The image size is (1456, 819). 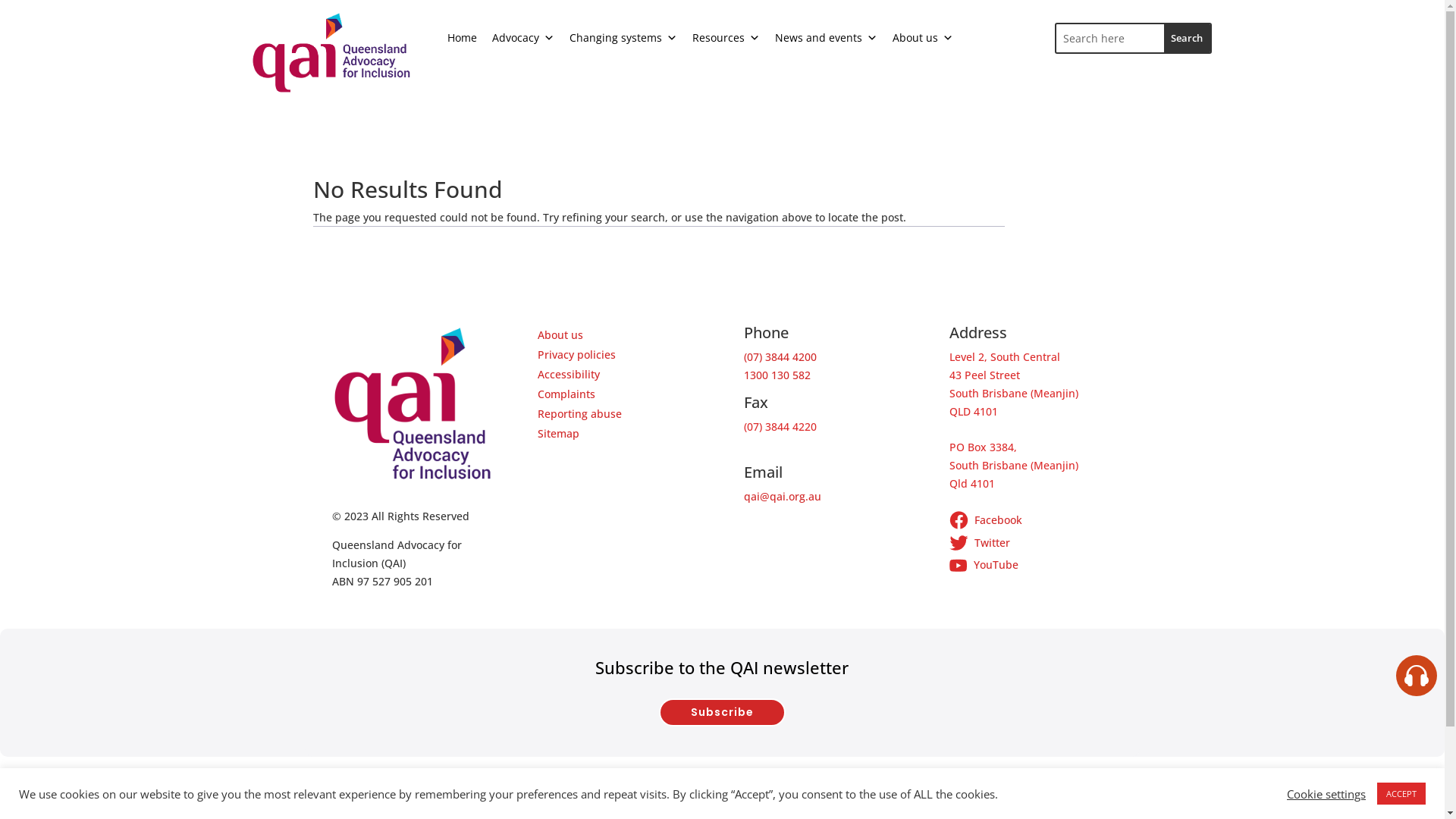 I want to click on 'About us', so click(x=921, y=37).